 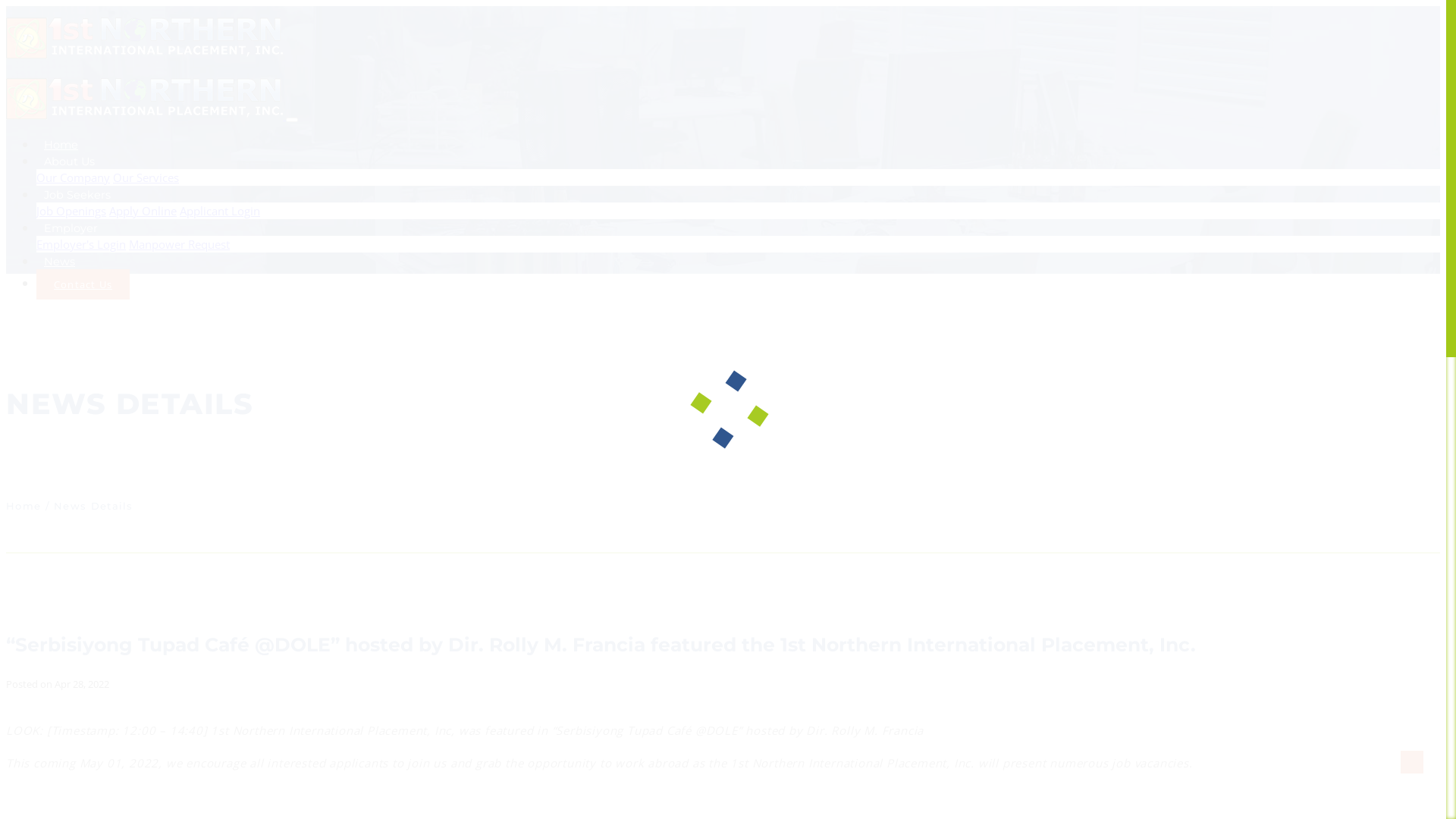 What do you see at coordinates (70, 227) in the screenshot?
I see `'Employer'` at bounding box center [70, 227].